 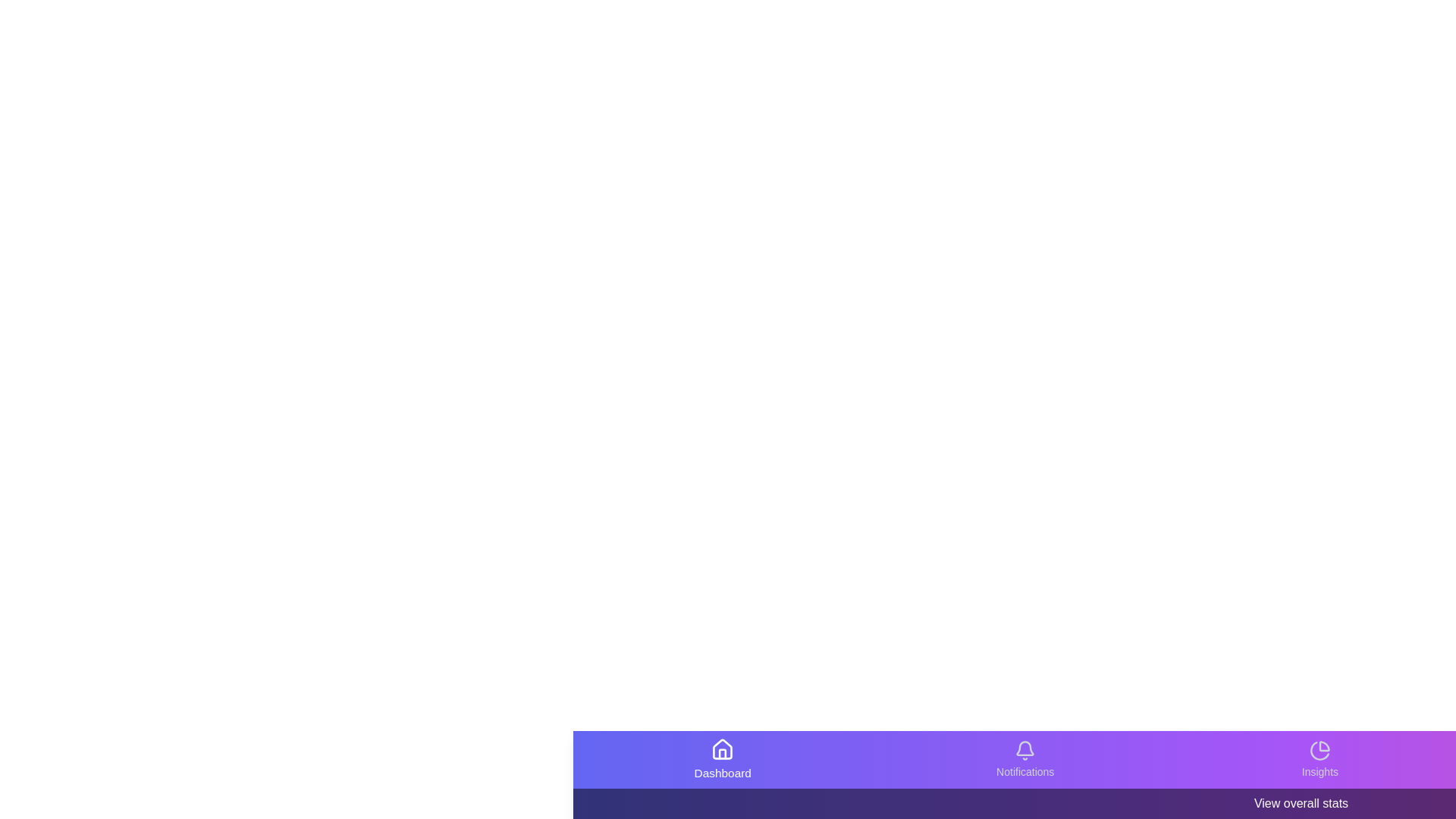 What do you see at coordinates (722, 760) in the screenshot?
I see `the Dashboard icon in the bottom navigation bar` at bounding box center [722, 760].